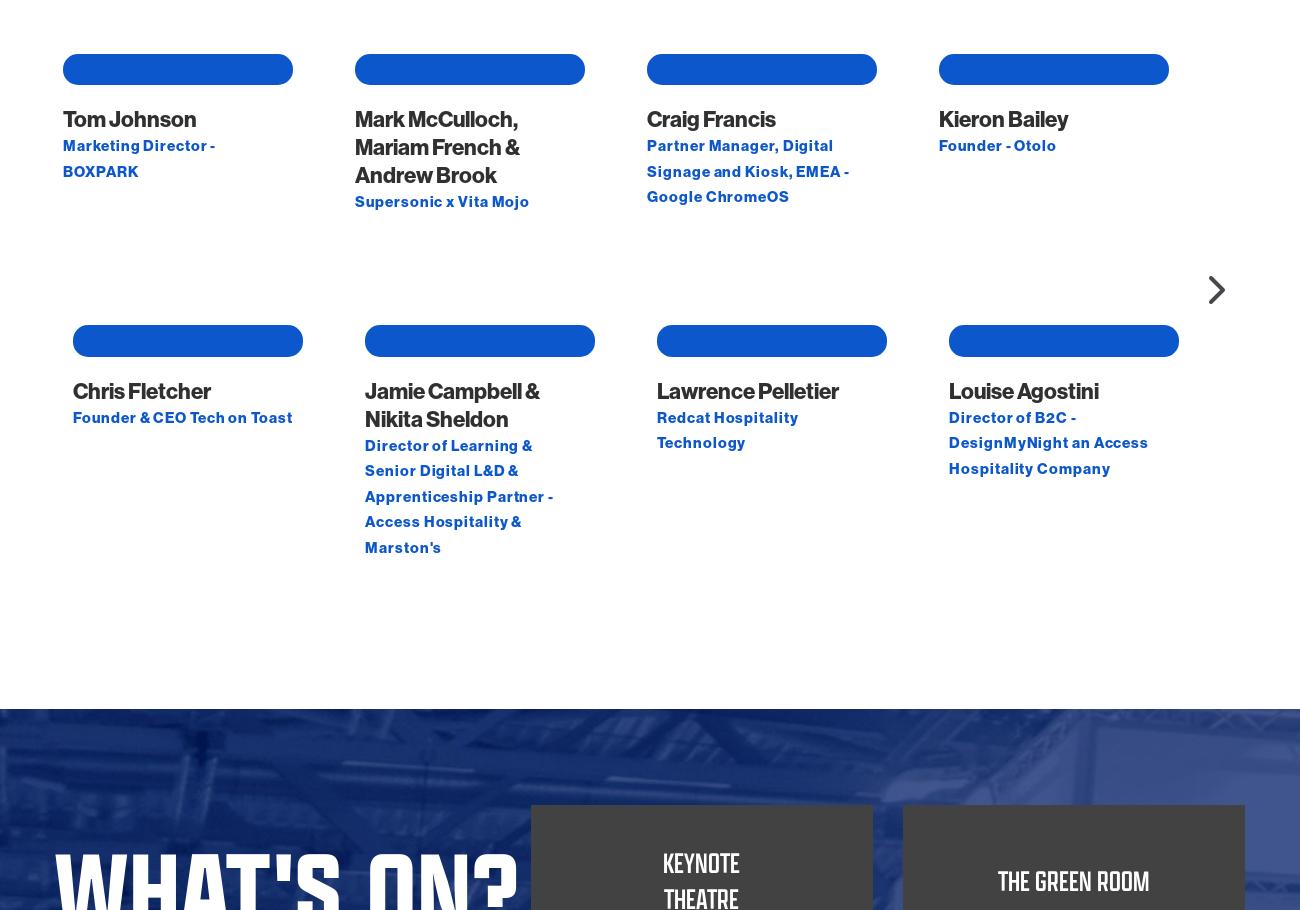  I want to click on 'Kieron Bailey', so click(1002, 119).